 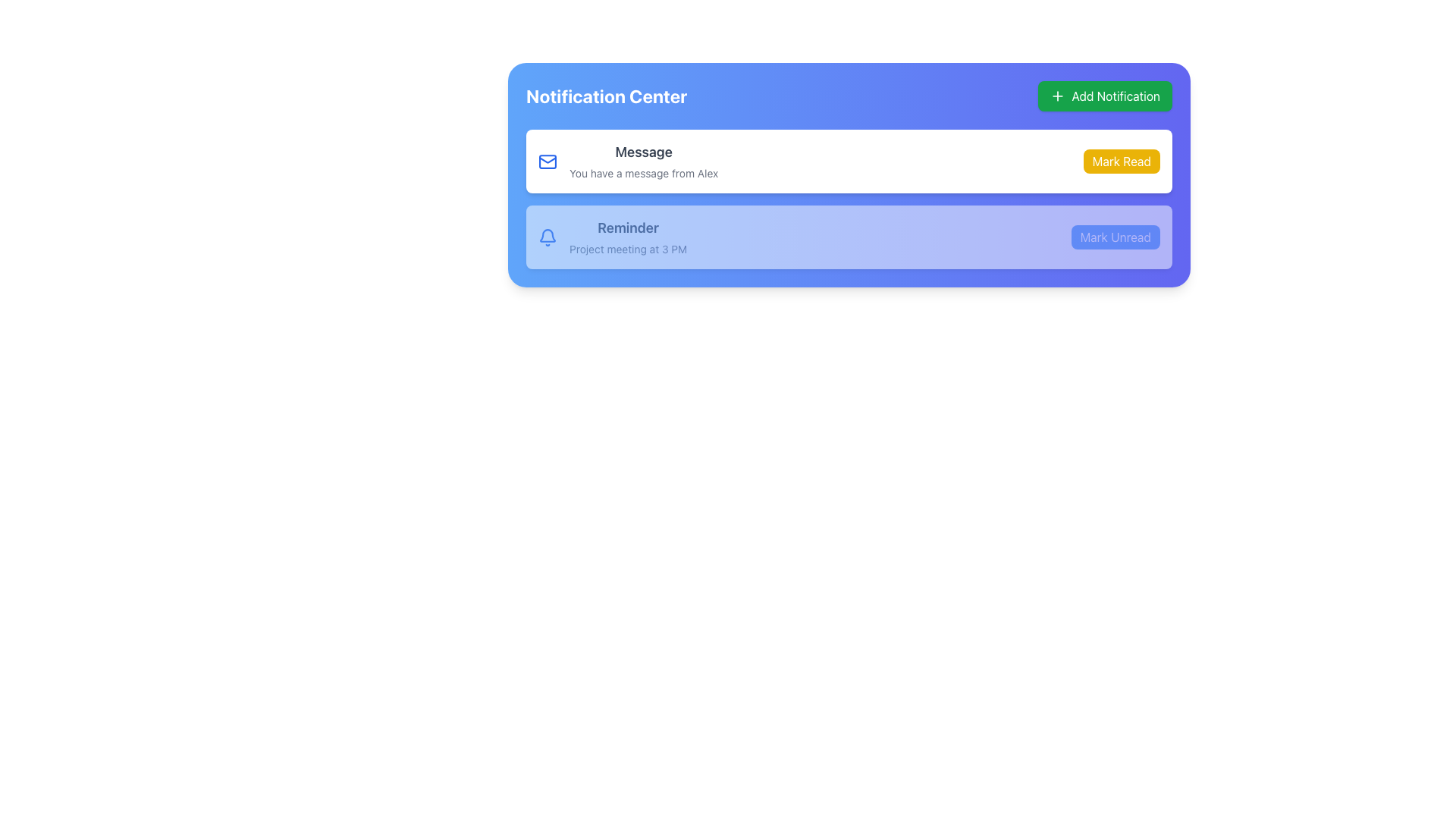 I want to click on the 'Message' text label displayed in bold and larger font within the 'Notification Center' interface, positioned at the top of the notification card, so click(x=644, y=152).